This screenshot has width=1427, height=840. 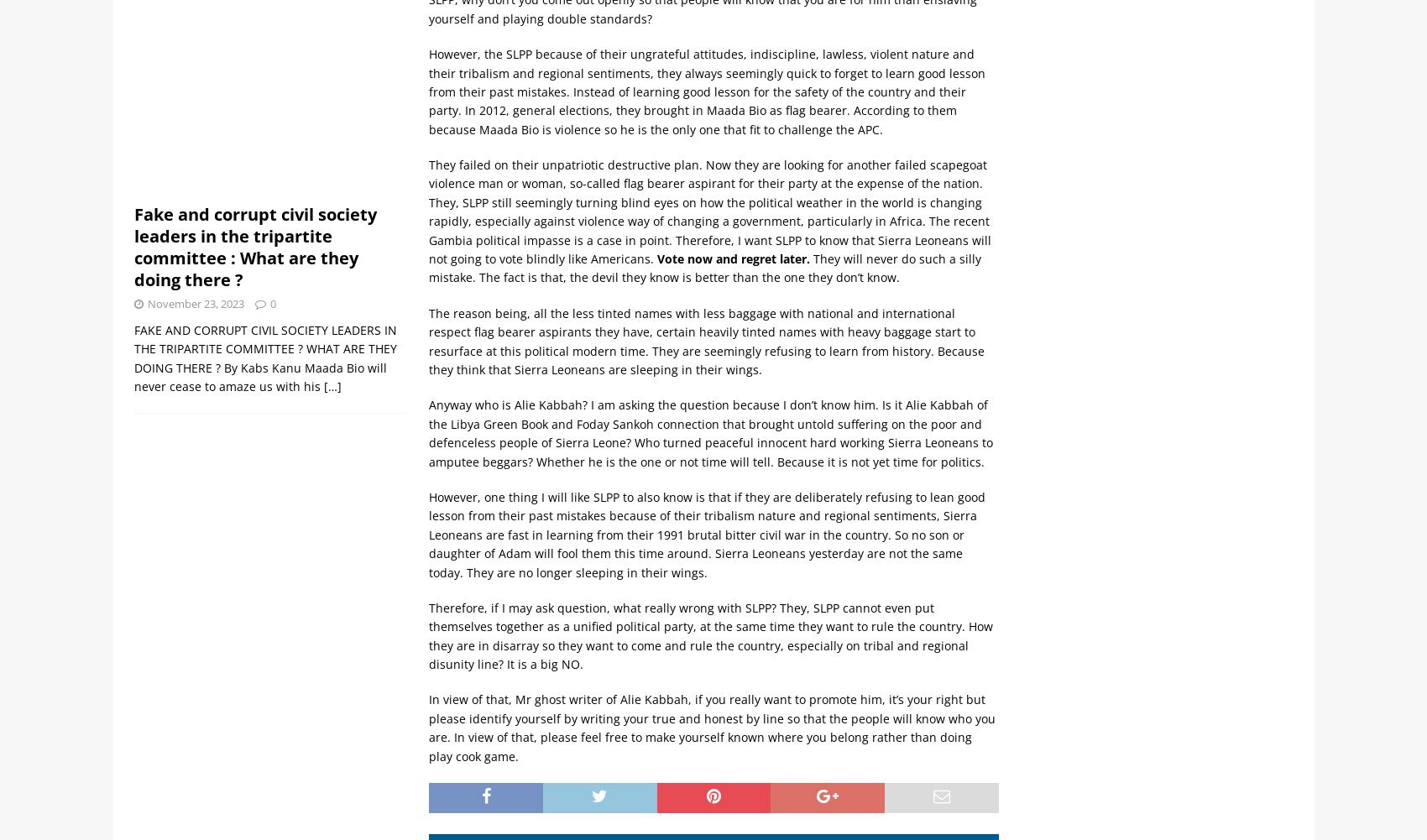 I want to click on 'However, the SLPP because of their ungrateful attitudes, indiscipline, lawless, violent nature and their tribalism and regional sentiments, they always seemingly quick to forget to learn good lesson from their past mistakes. Instead of learning good lesson for the safety of the country and their party. In 2012, general elections, they brought in Maada Bio as flag bearer. According to them because Maada Bio is violence so he is the only one that fit to challenge the APC.', so click(x=706, y=91).